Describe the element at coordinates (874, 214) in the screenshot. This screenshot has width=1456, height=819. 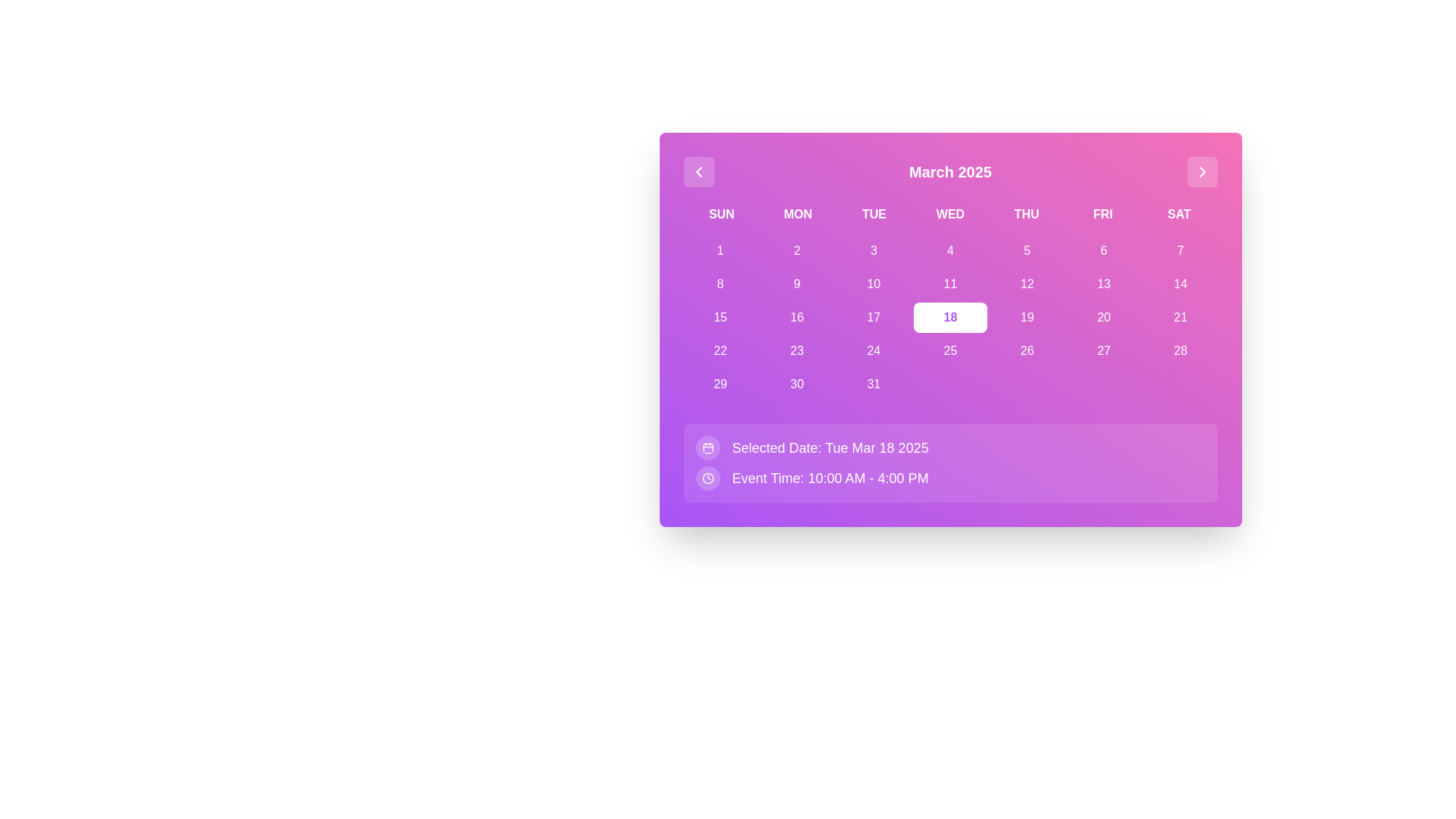
I see `the text label displaying 'TUE', which is styled in bold uppercase font and has a purple gradient background, located in the calendar interface` at that location.